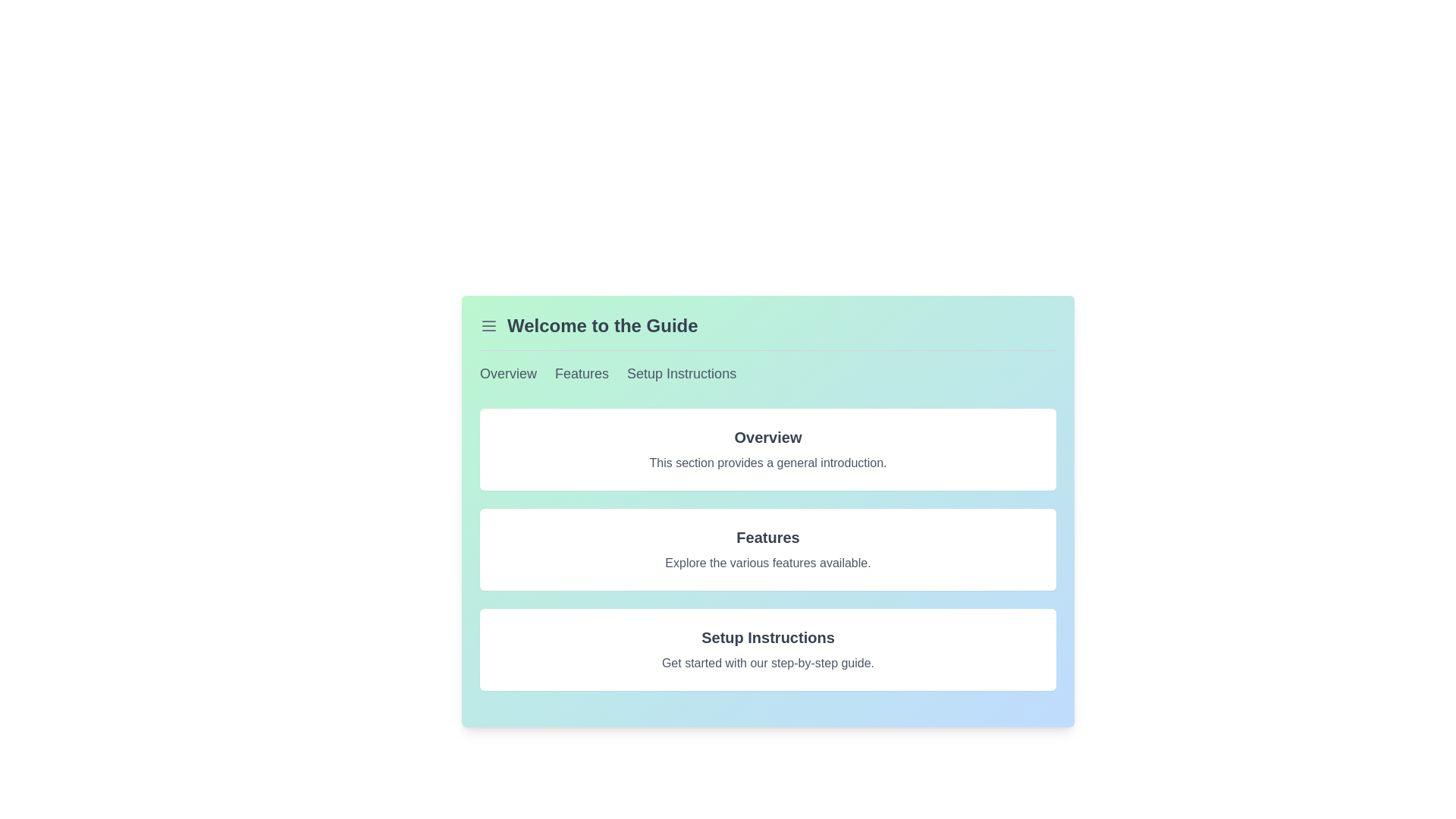  I want to click on the Text label that serves as a section title for setup instructions, located in the bottom section under a white background with rounded borders, so click(767, 637).